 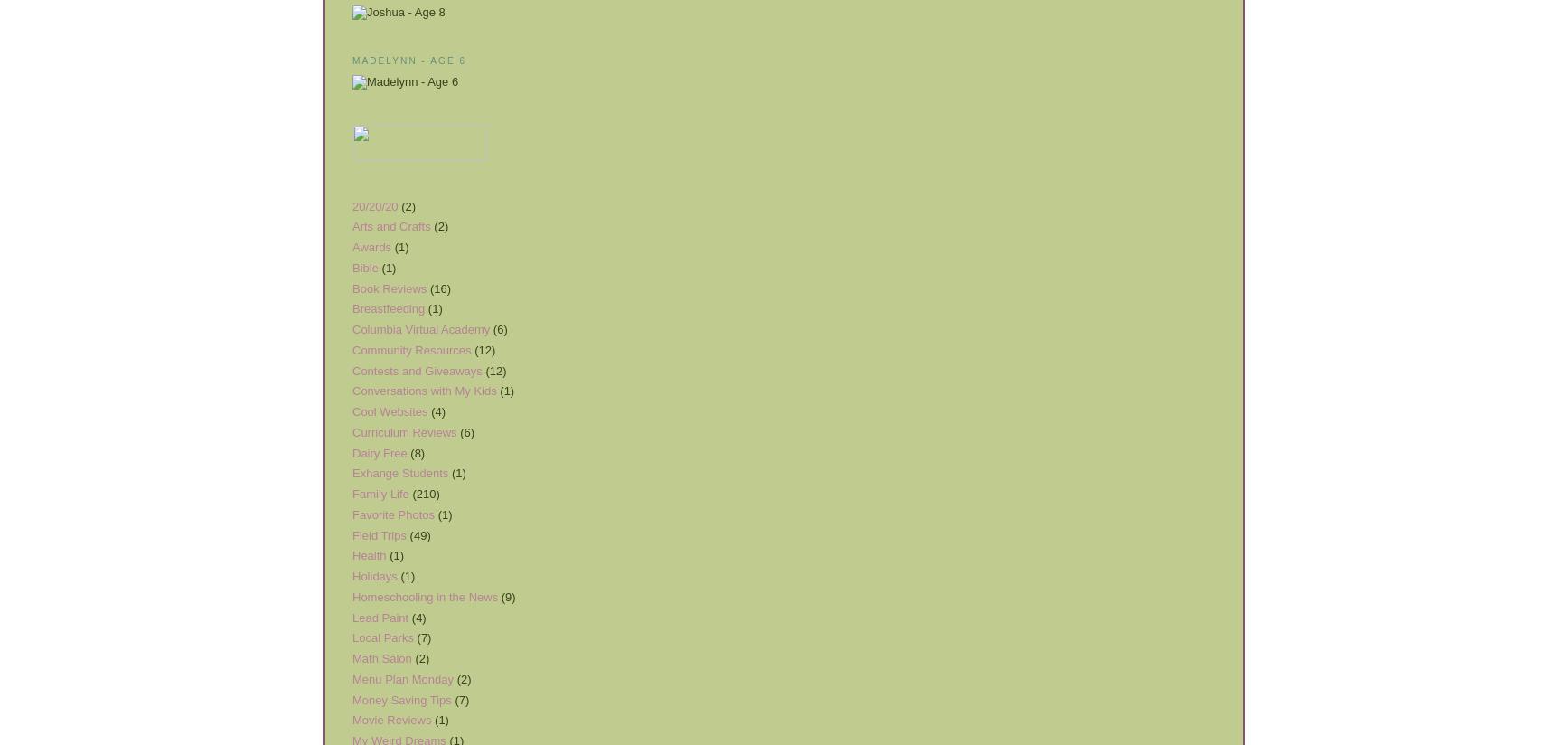 What do you see at coordinates (393, 513) in the screenshot?
I see `'Favorite Photos'` at bounding box center [393, 513].